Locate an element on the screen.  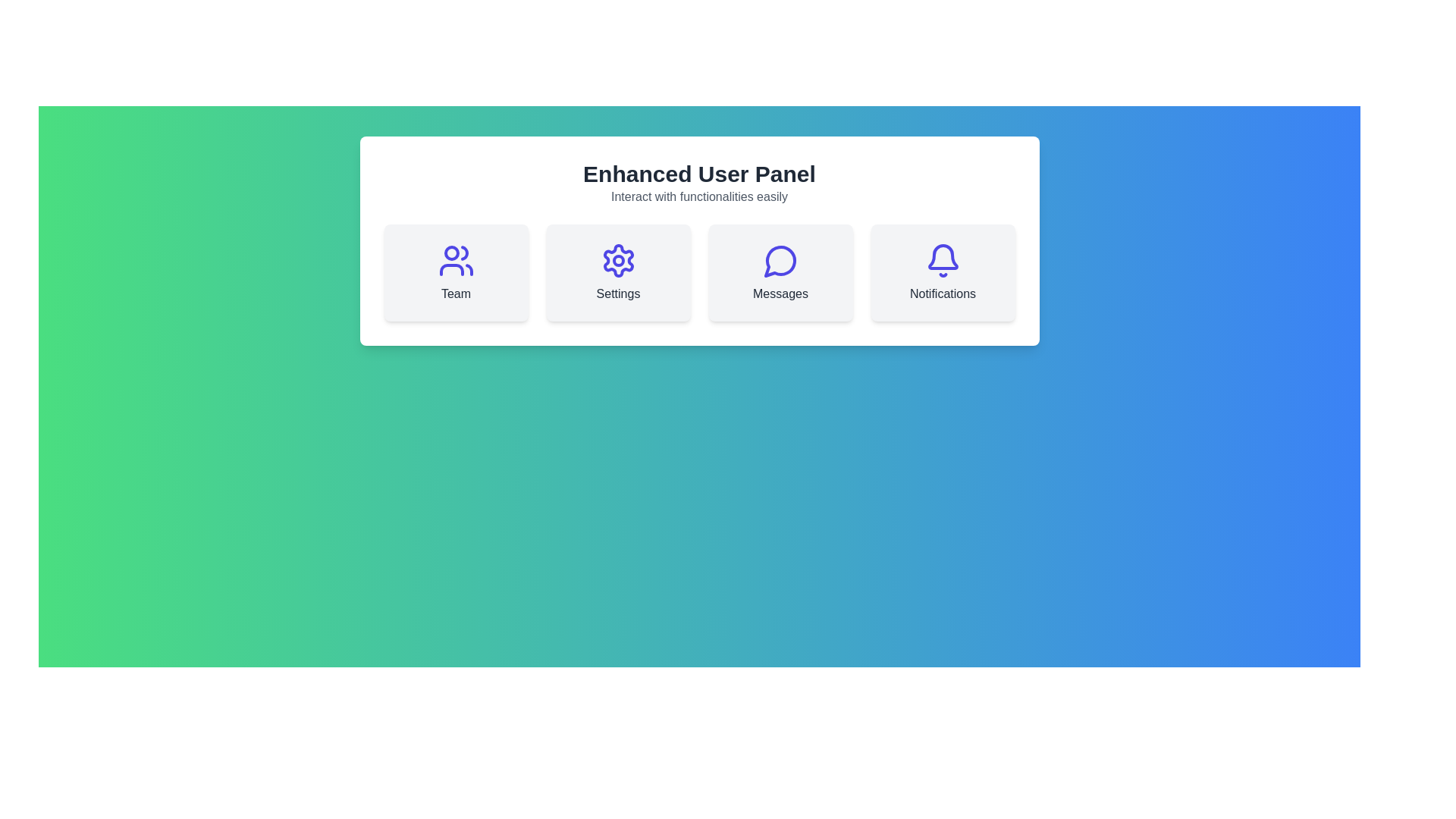
the 'Team' icon located within the first card of the horizontally-aligned set of four cards is located at coordinates (455, 259).